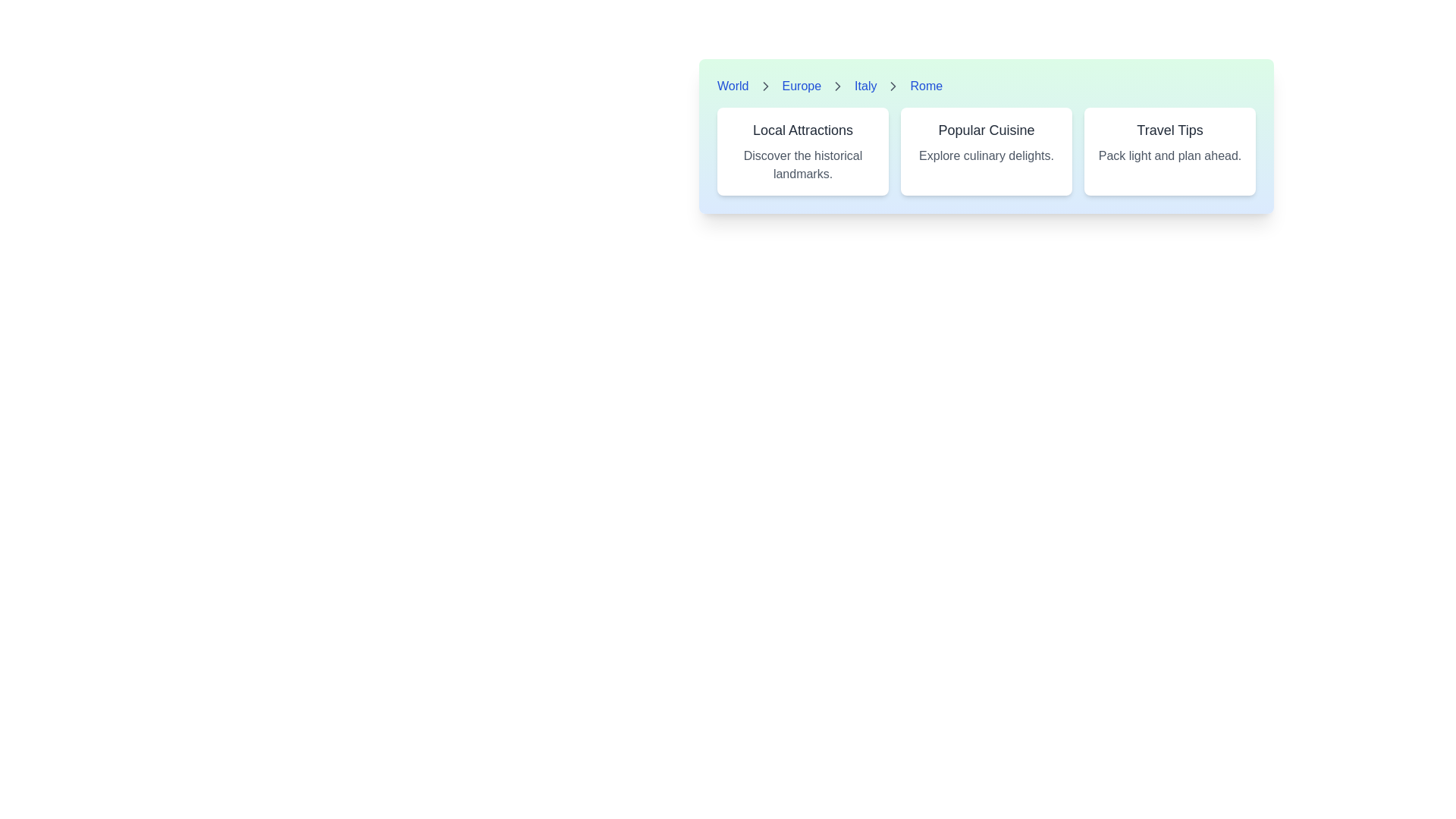 This screenshot has height=819, width=1456. What do you see at coordinates (986, 162) in the screenshot?
I see `the 'Popular Cuisine' card in the informative panel to read more about culinary delights` at bounding box center [986, 162].